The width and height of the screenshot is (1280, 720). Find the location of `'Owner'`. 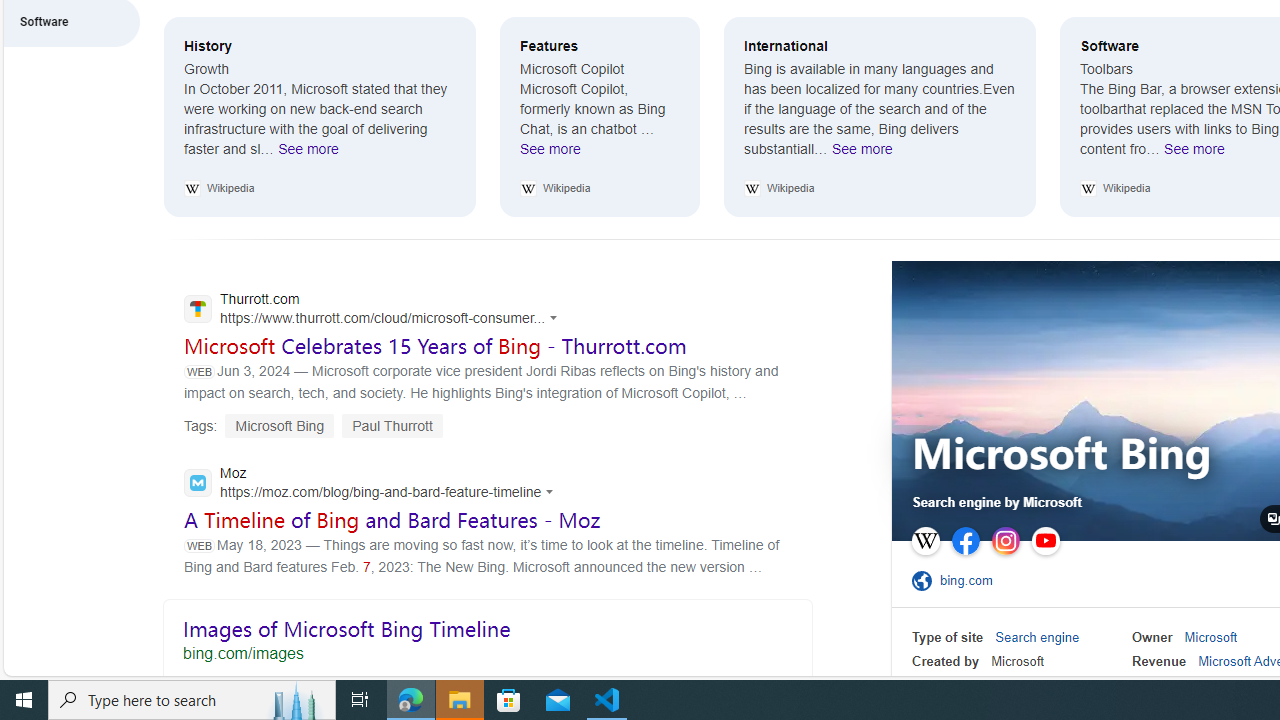

'Owner' is located at coordinates (1152, 637).